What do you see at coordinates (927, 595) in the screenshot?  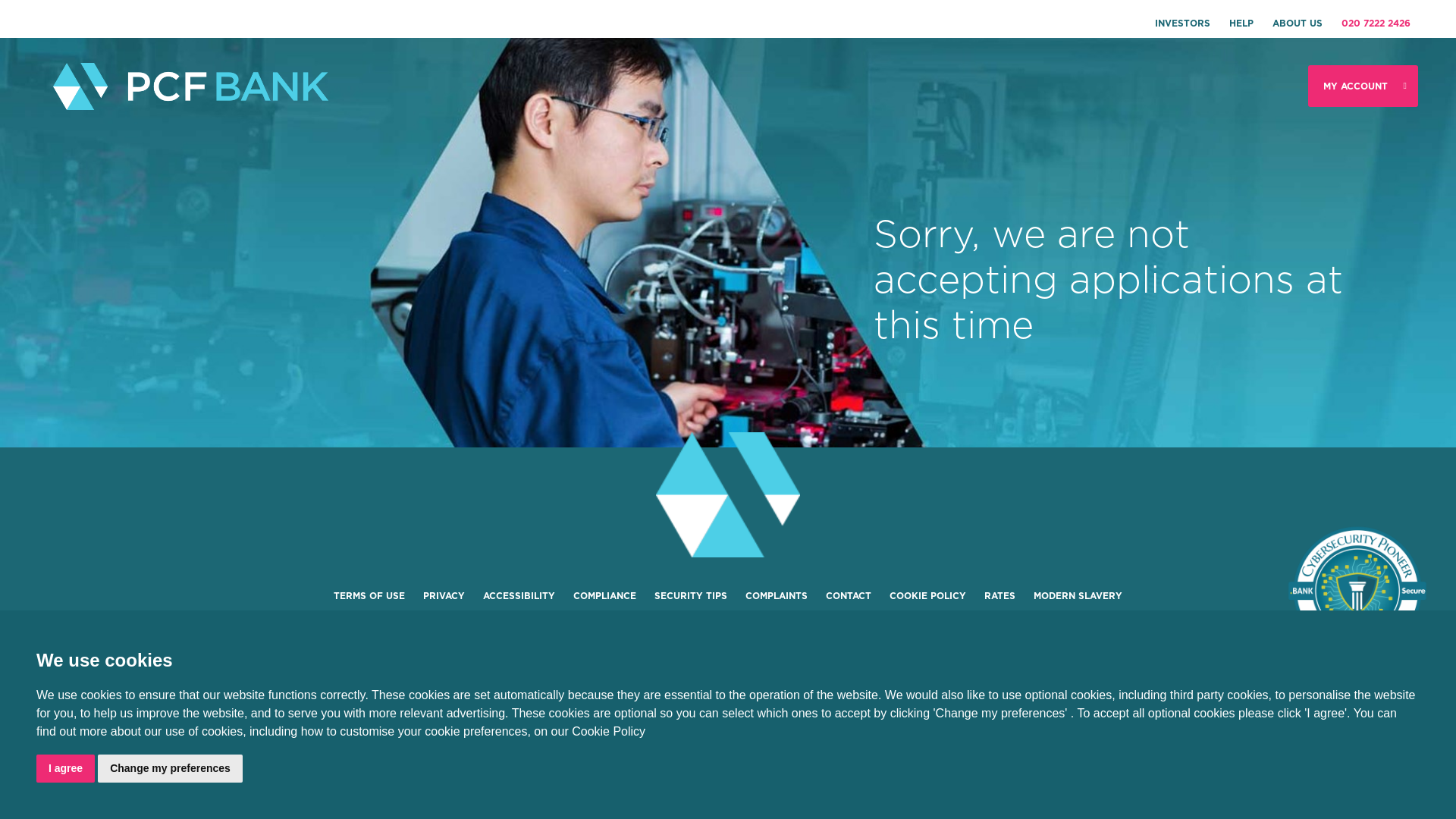 I see `'COOKIE POLICY'` at bounding box center [927, 595].